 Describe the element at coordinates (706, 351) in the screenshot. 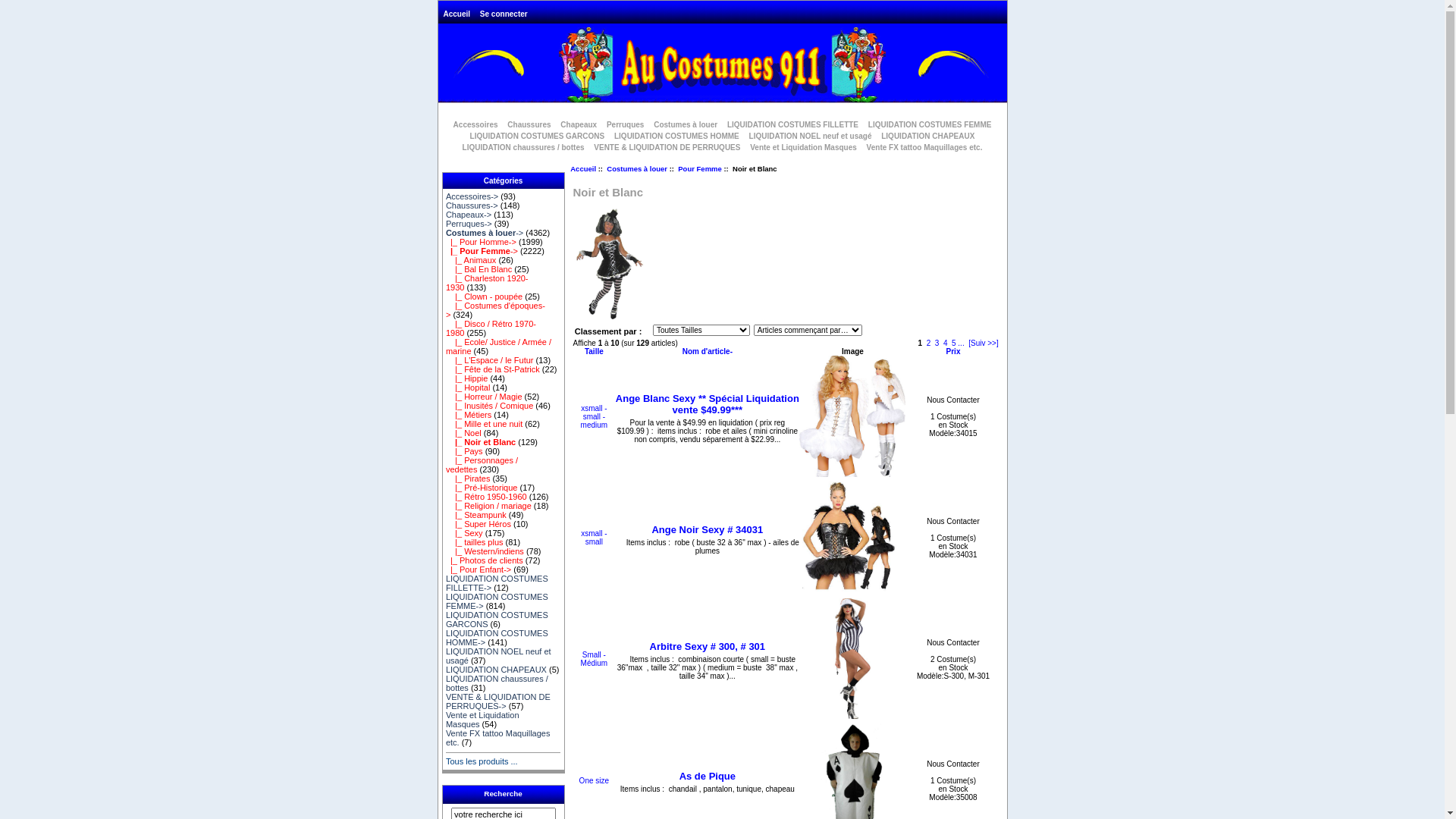

I see `'Nom d'article-'` at that location.